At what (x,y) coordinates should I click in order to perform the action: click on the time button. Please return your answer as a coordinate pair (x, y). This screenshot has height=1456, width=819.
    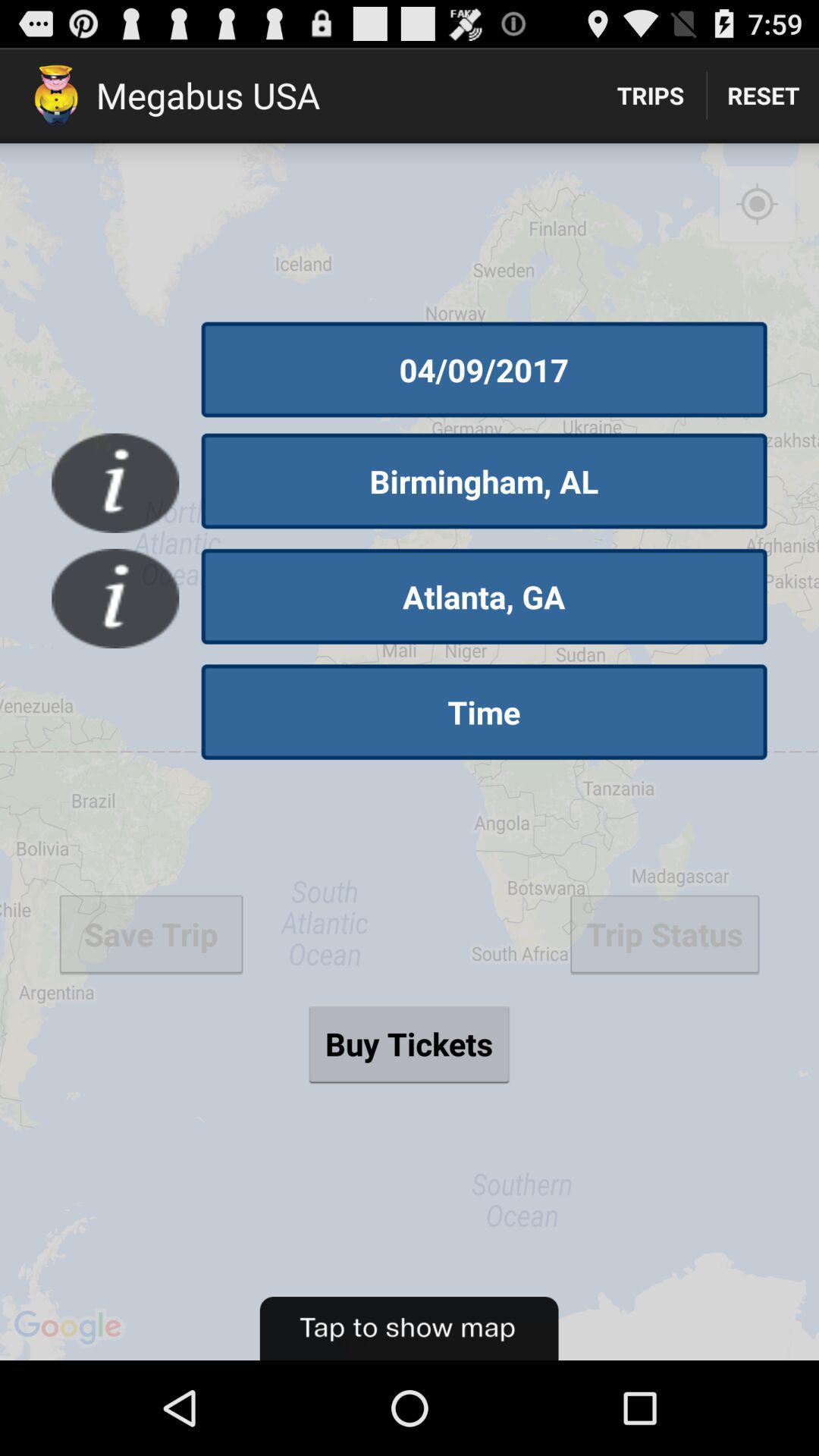
    Looking at the image, I should click on (484, 711).